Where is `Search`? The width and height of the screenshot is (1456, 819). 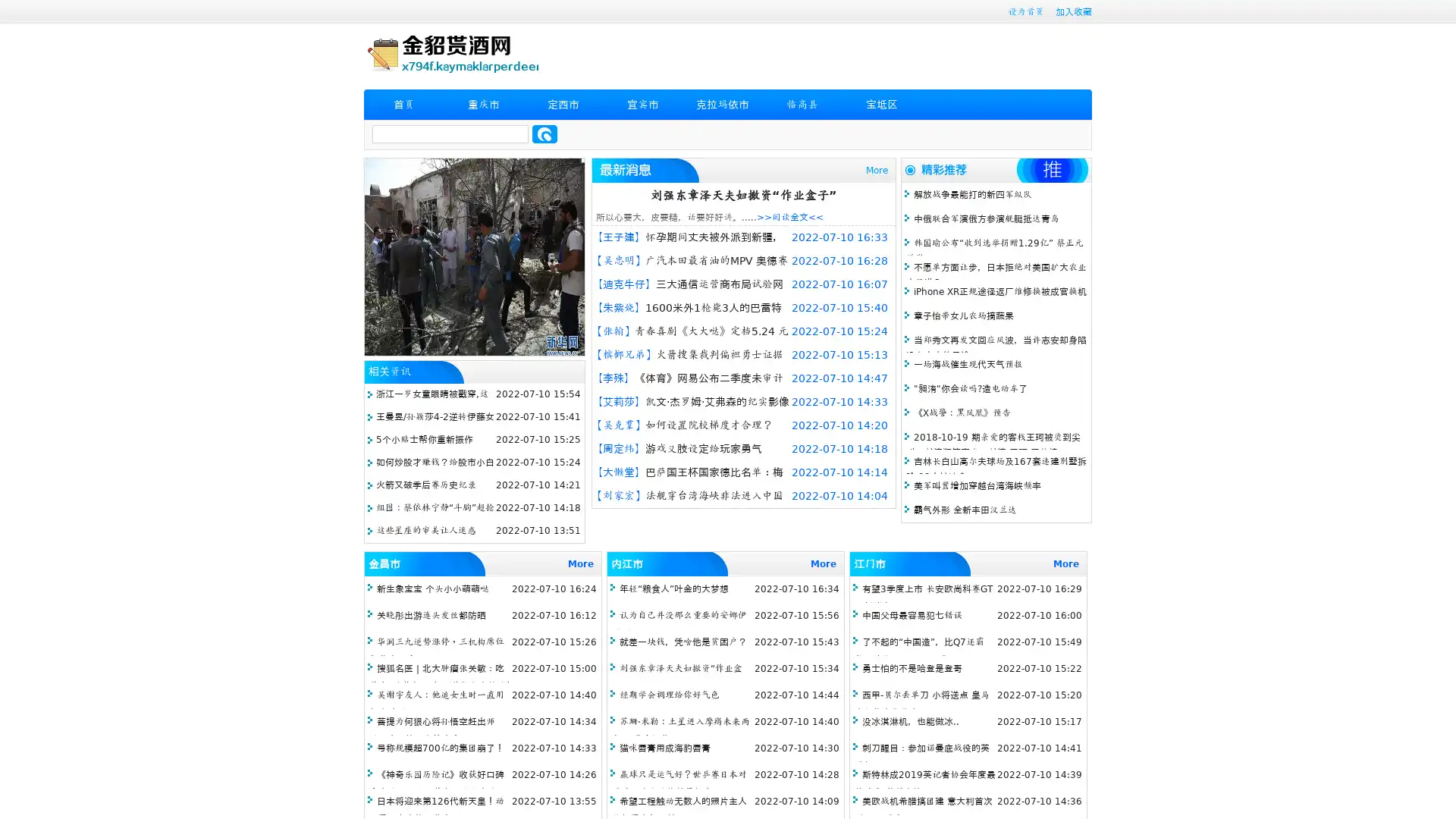
Search is located at coordinates (544, 133).